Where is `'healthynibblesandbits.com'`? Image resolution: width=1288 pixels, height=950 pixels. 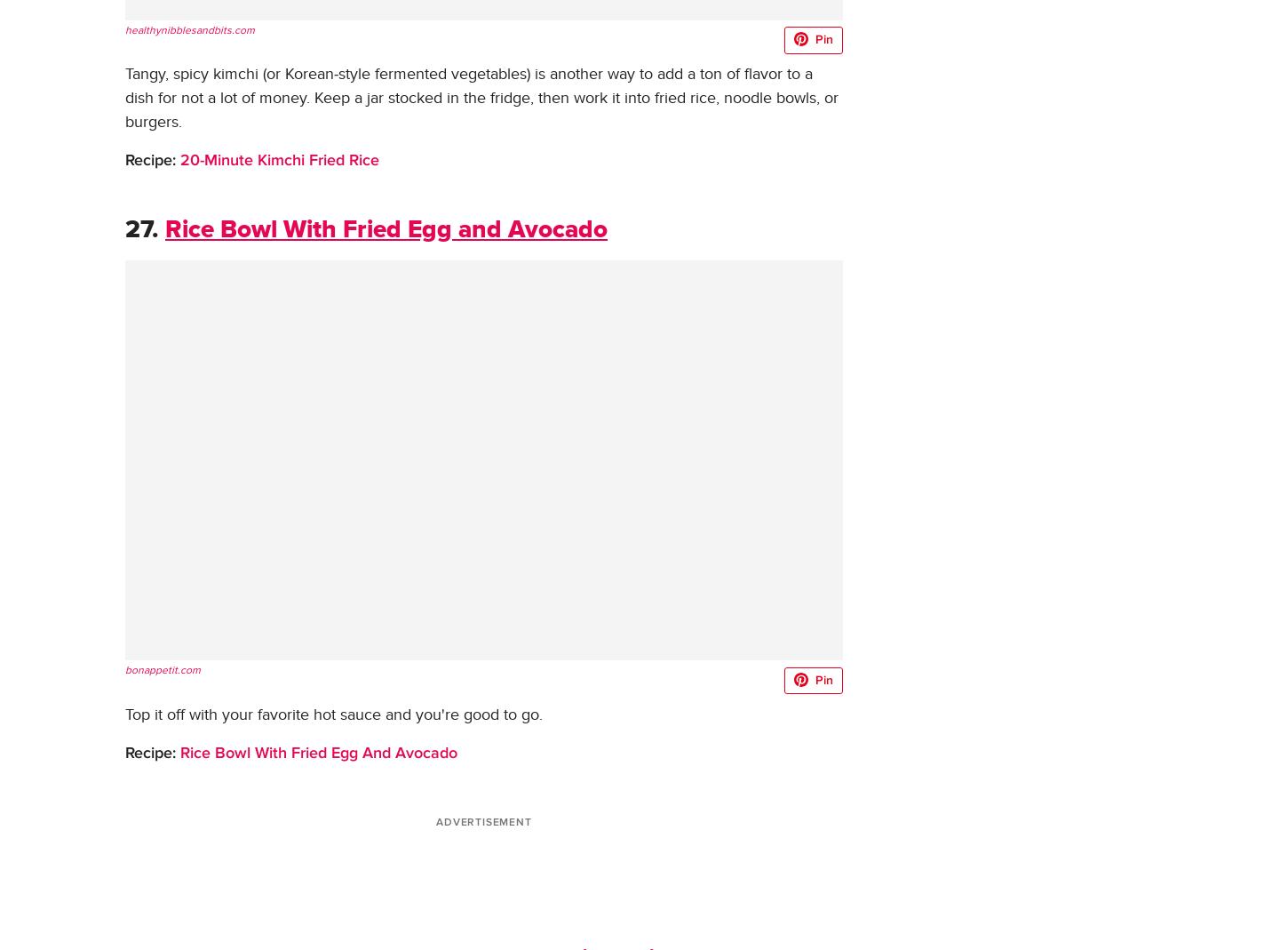
'healthynibblesandbits.com' is located at coordinates (123, 28).